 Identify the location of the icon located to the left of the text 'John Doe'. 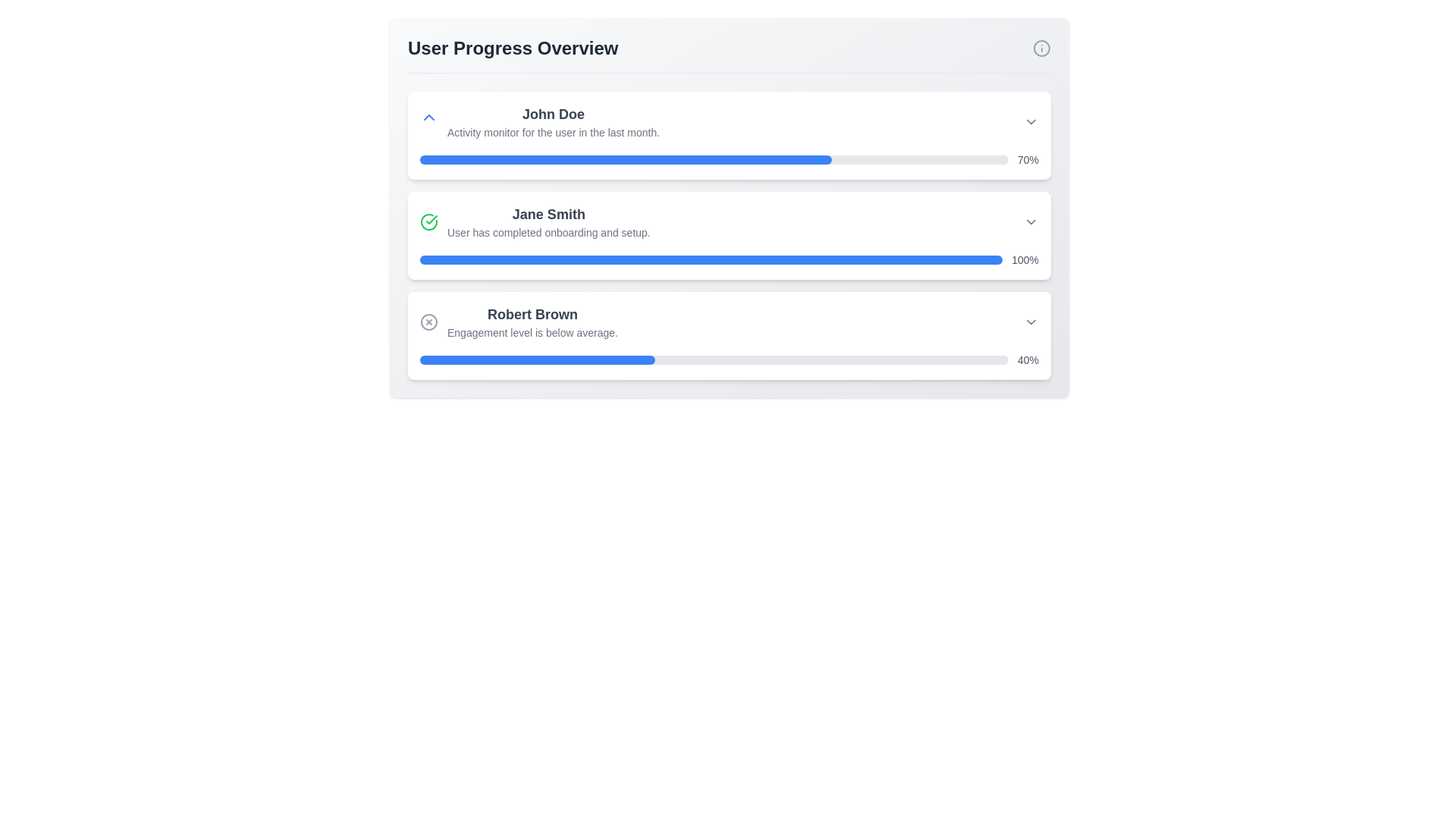
(428, 119).